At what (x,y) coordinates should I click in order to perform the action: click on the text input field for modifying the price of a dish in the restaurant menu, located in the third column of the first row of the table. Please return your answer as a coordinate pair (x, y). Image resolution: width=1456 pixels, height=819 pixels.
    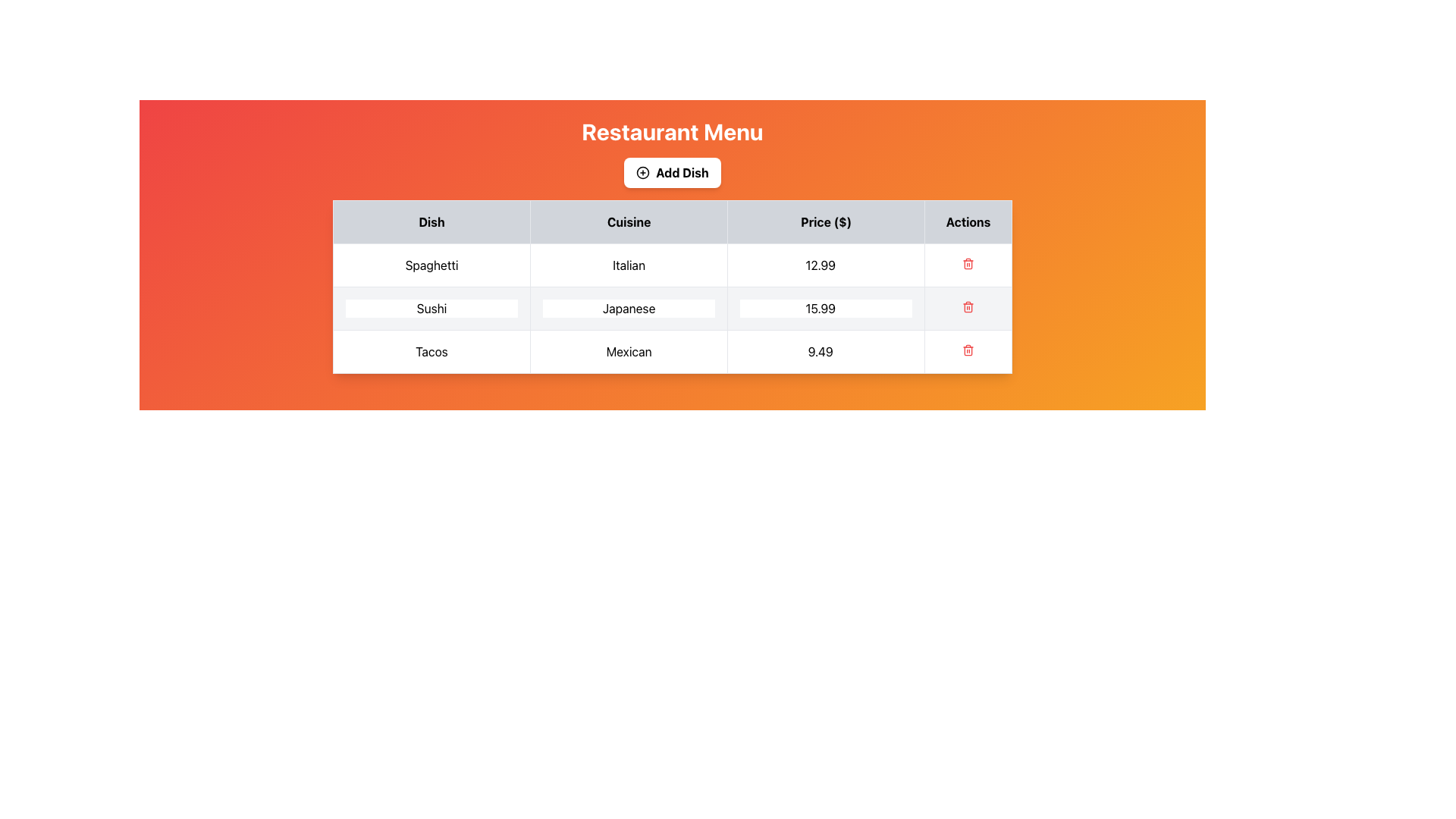
    Looking at the image, I should click on (825, 265).